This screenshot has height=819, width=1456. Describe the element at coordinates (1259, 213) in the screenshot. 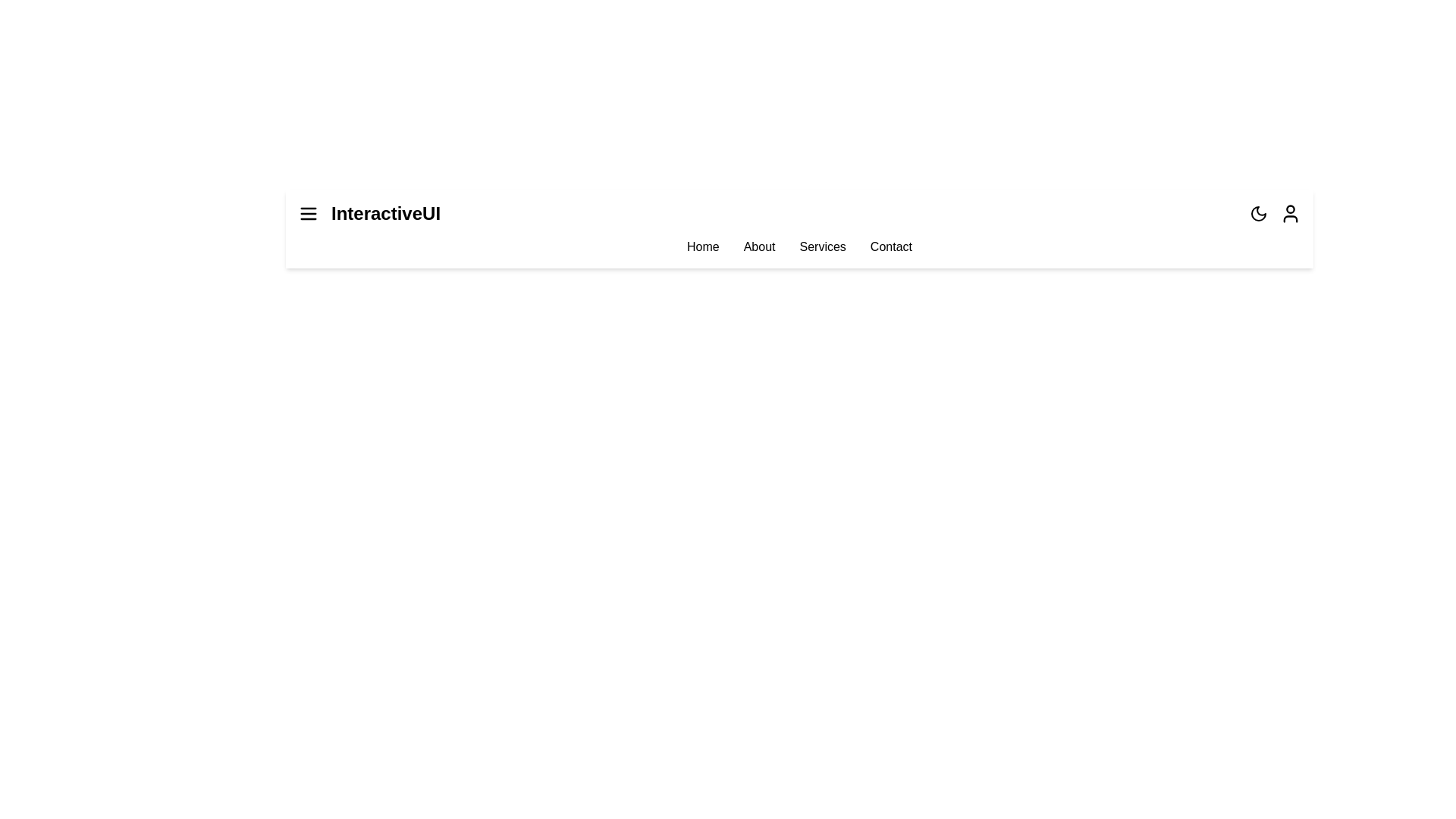

I see `the sun or moon icon to toggle between light and dark mode` at that location.